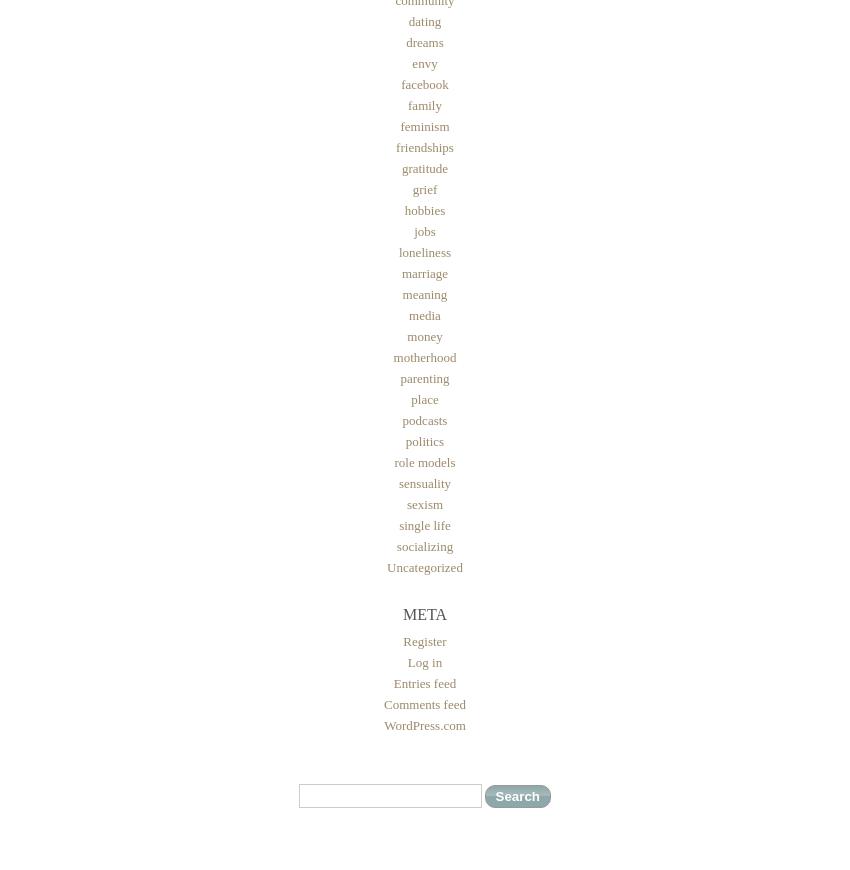 This screenshot has height=870, width=850. Describe the element at coordinates (424, 209) in the screenshot. I see `'hobbies'` at that location.